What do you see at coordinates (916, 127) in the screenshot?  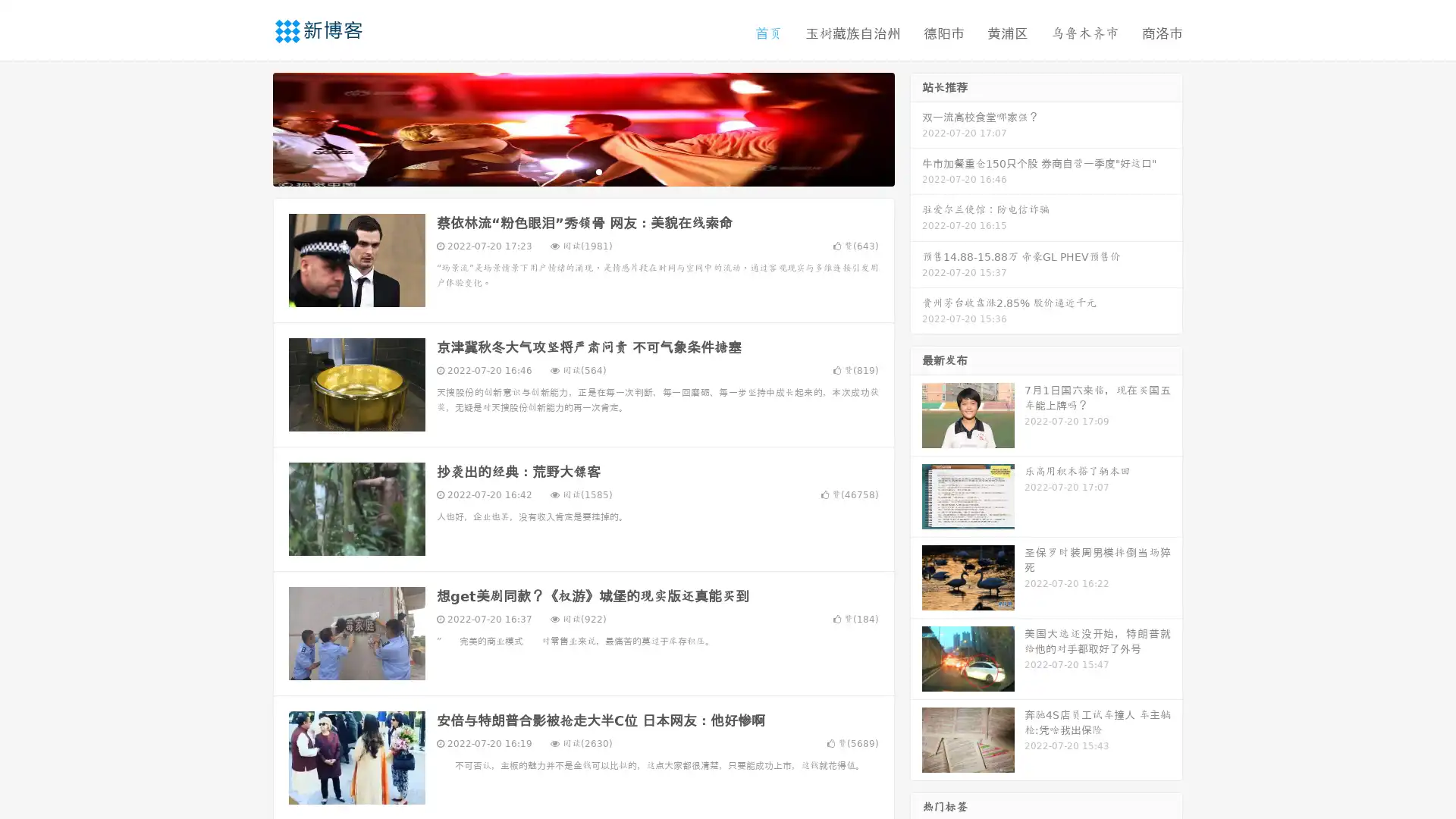 I see `Next slide` at bounding box center [916, 127].